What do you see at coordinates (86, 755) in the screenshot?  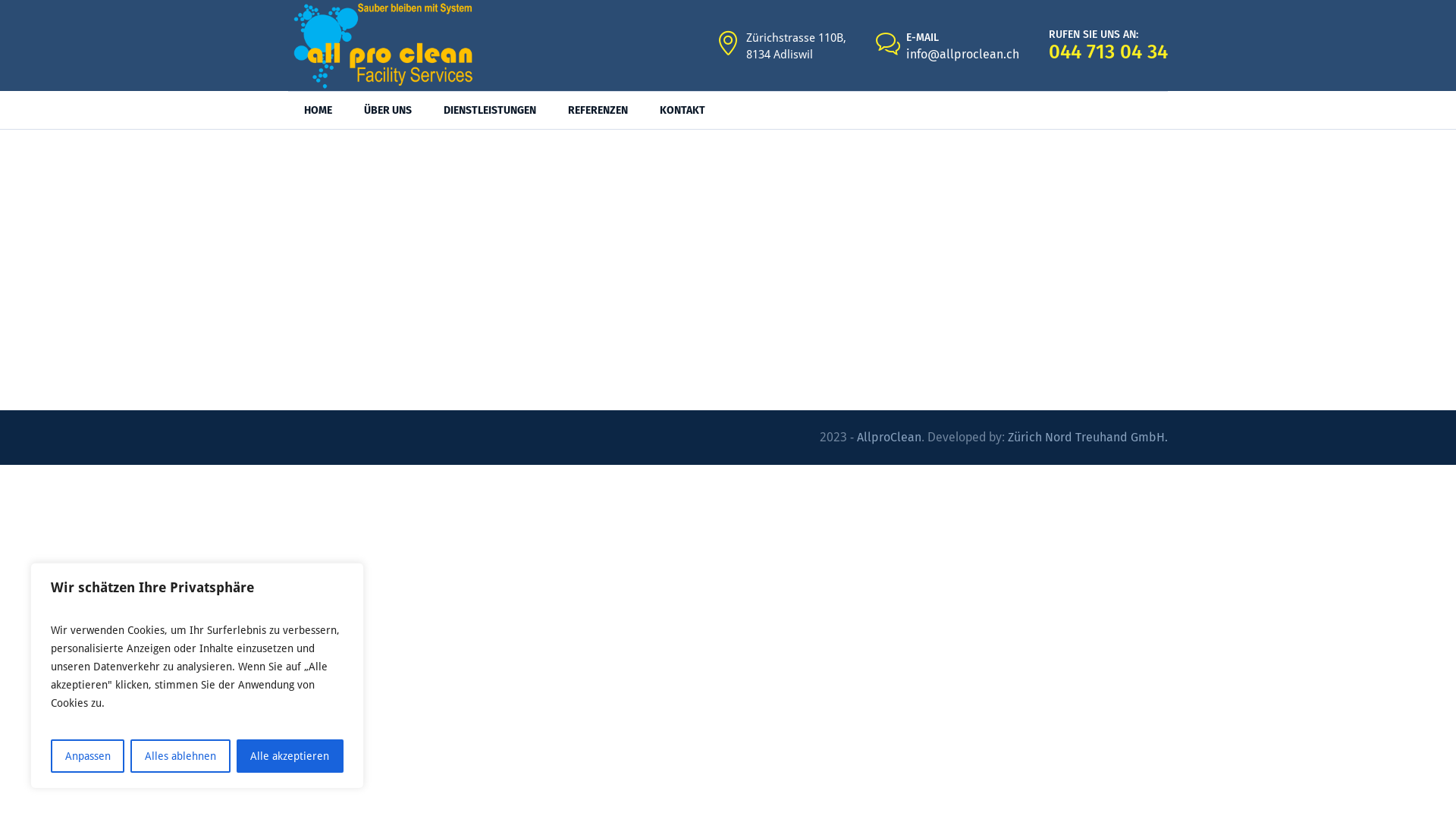 I see `'Anpassen'` at bounding box center [86, 755].